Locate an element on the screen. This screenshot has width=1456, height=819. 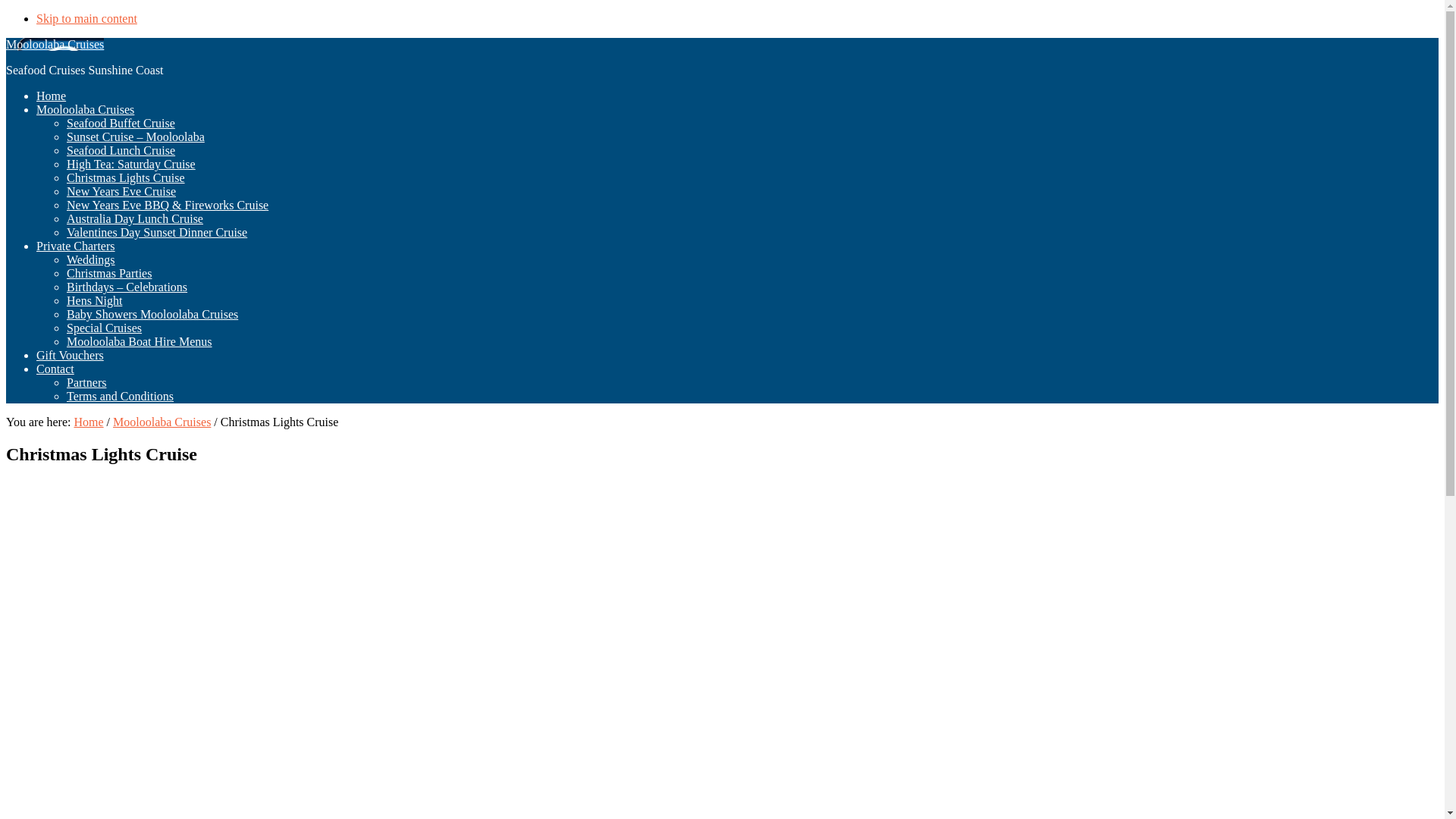
'Baby Showers Mooloolaba Cruises' is located at coordinates (65, 313).